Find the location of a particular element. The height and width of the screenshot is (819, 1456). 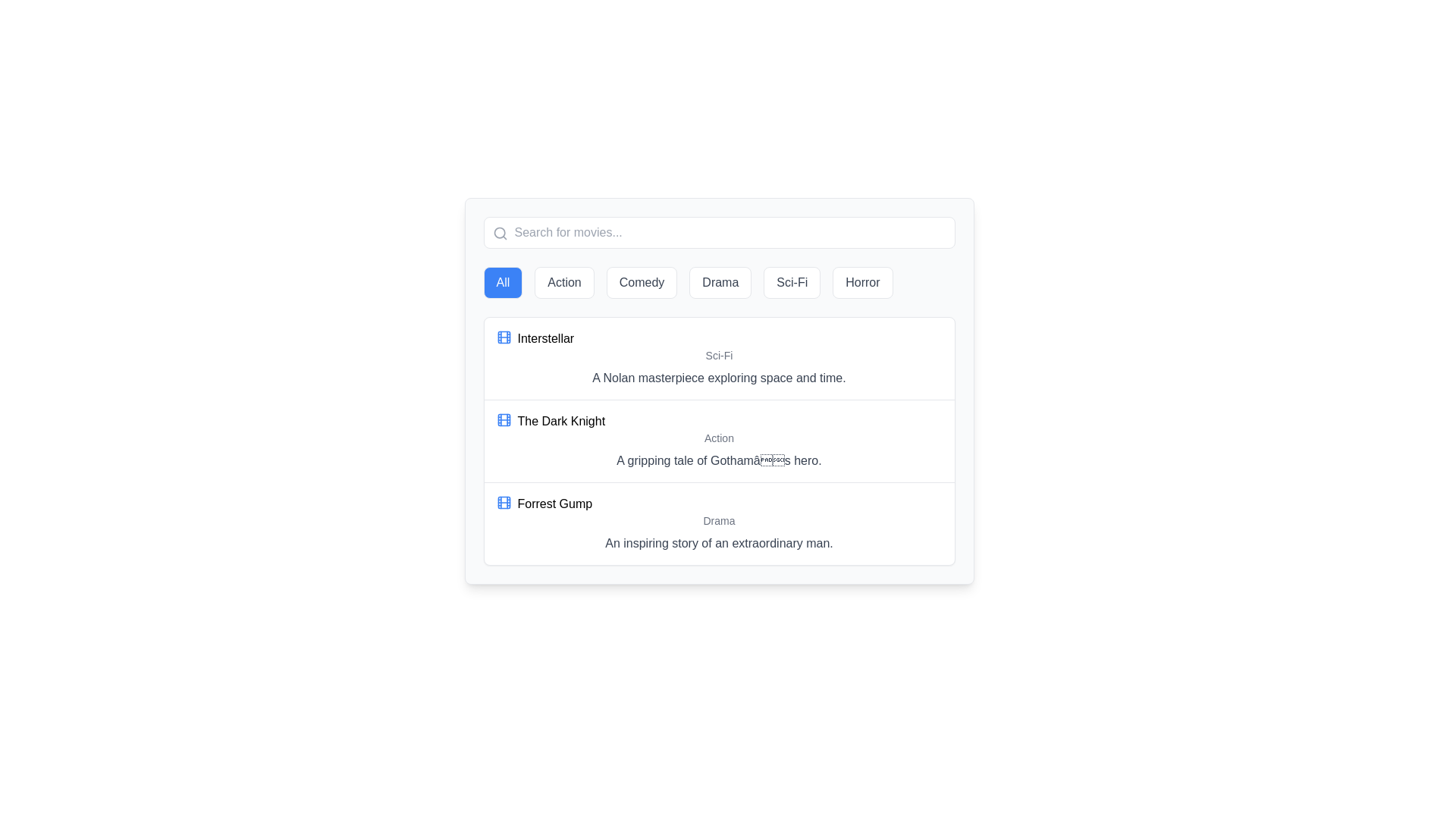

text label displaying 'Action' located below the title 'The Dark Knight' and above the brief description in the movie card is located at coordinates (718, 438).